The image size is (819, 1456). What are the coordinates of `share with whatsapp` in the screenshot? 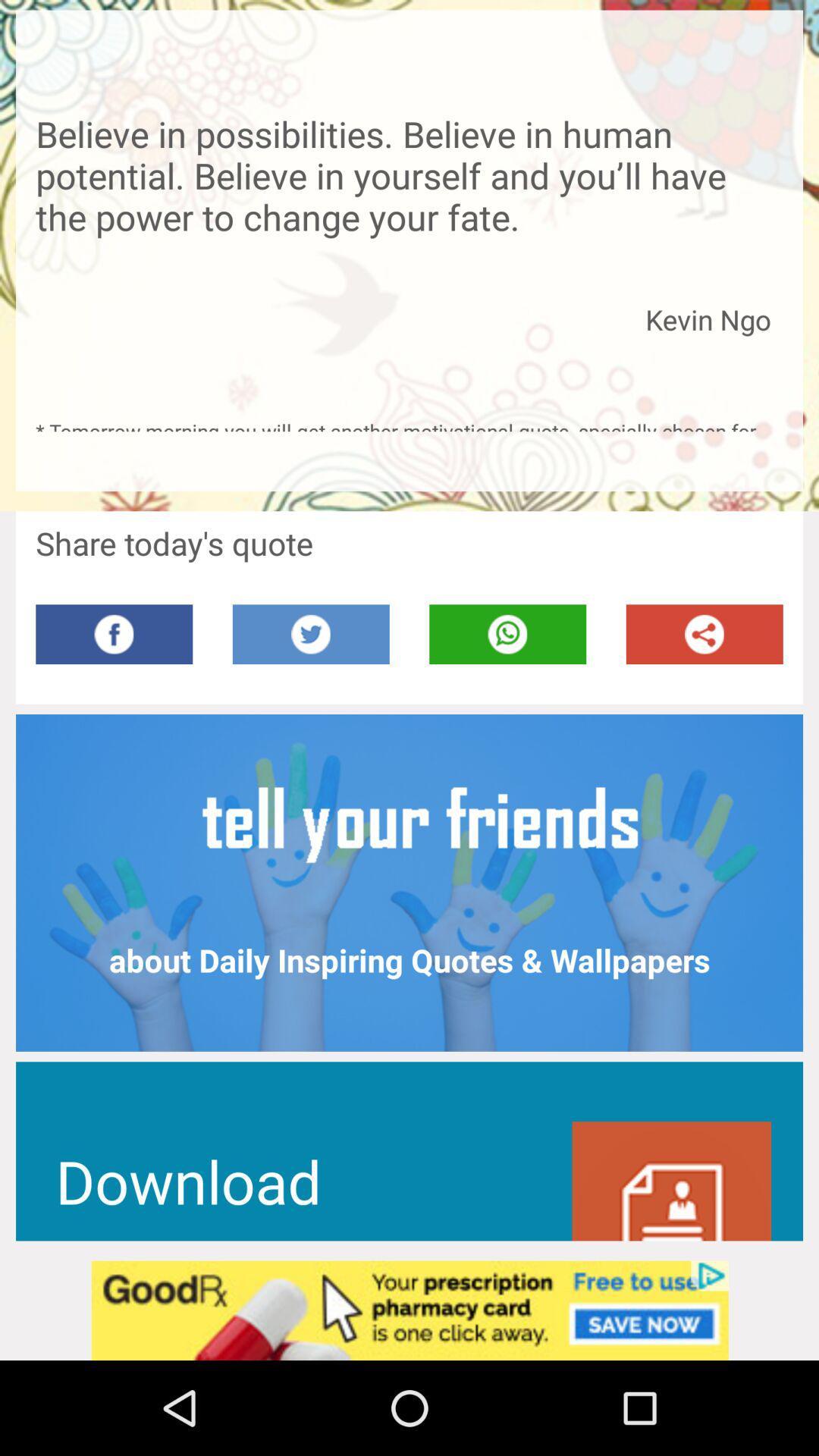 It's located at (507, 634).